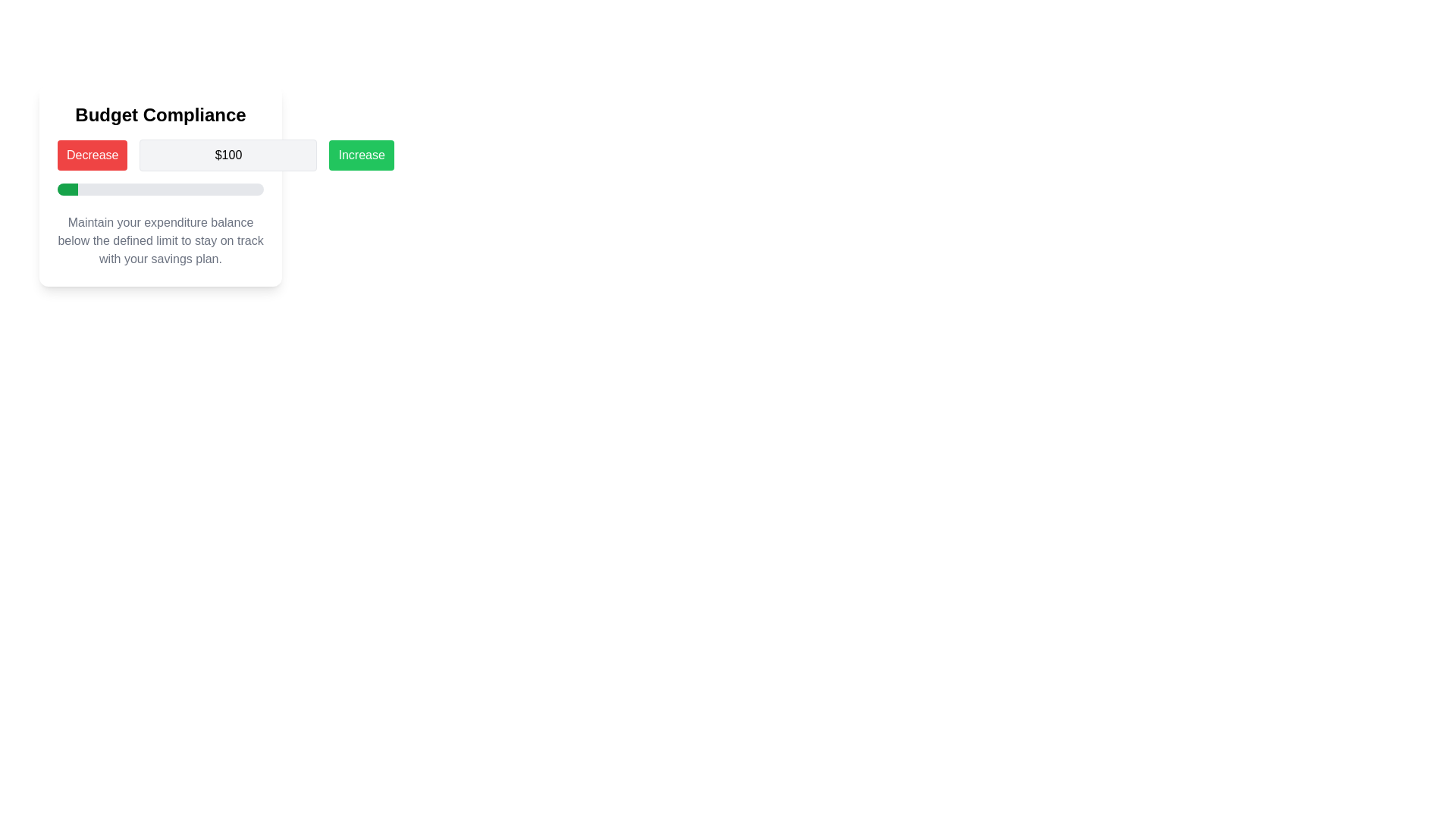  What do you see at coordinates (360, 155) in the screenshot?
I see `the rightmost button in the horizontal group to increase the associated value displayed in the input box` at bounding box center [360, 155].